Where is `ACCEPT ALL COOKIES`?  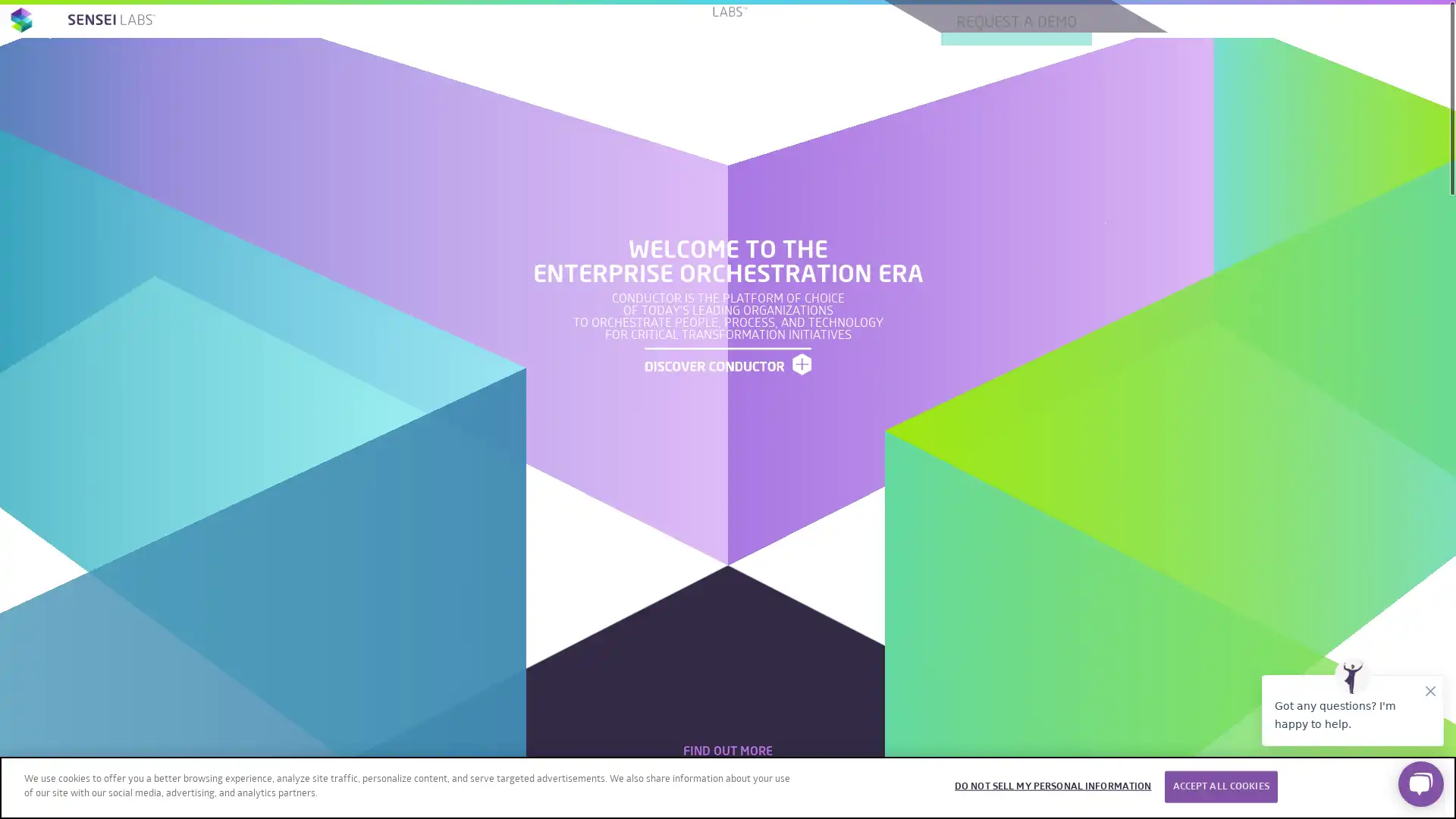 ACCEPT ALL COOKIES is located at coordinates (1220, 786).